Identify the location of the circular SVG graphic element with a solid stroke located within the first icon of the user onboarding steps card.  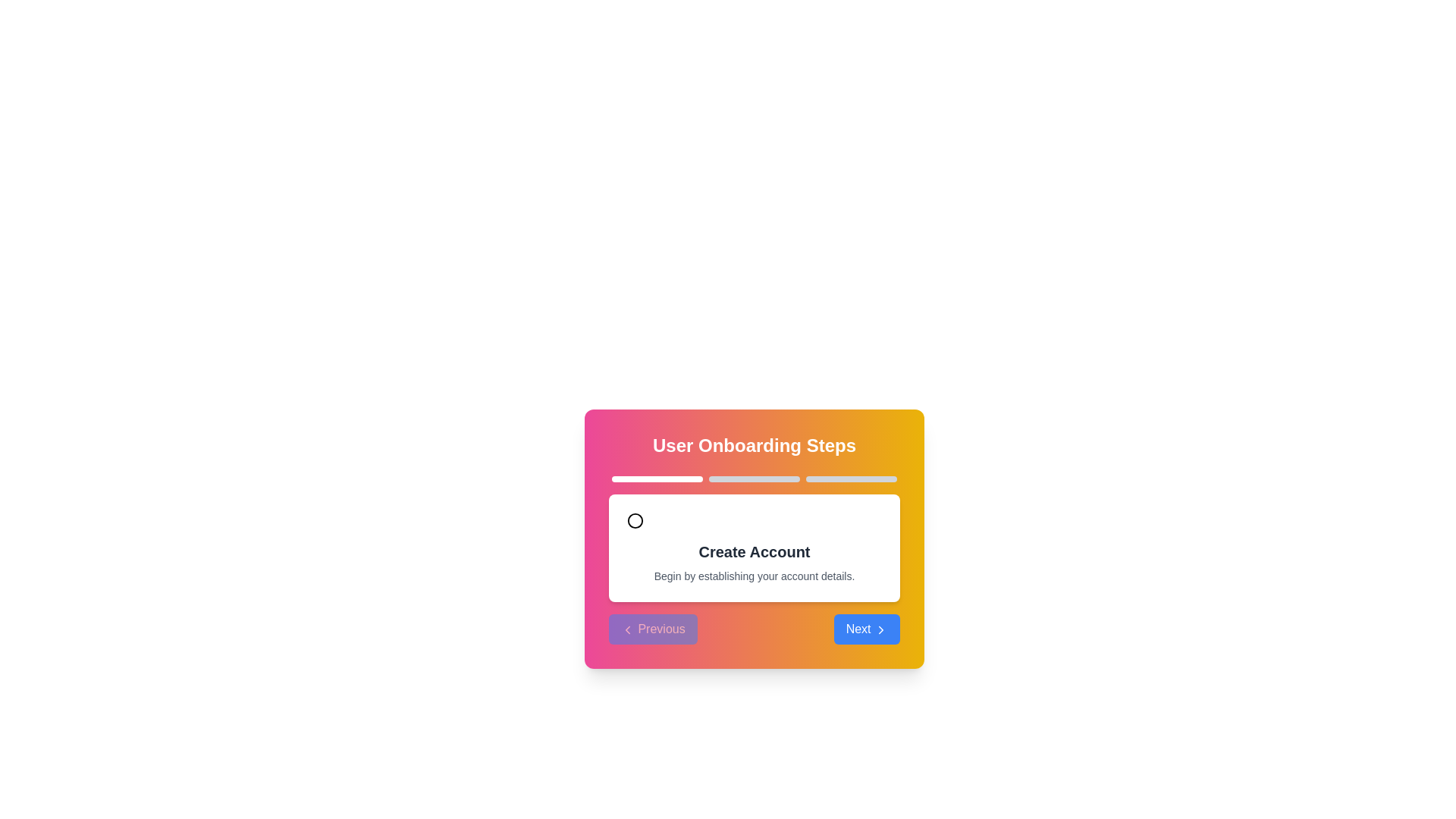
(635, 519).